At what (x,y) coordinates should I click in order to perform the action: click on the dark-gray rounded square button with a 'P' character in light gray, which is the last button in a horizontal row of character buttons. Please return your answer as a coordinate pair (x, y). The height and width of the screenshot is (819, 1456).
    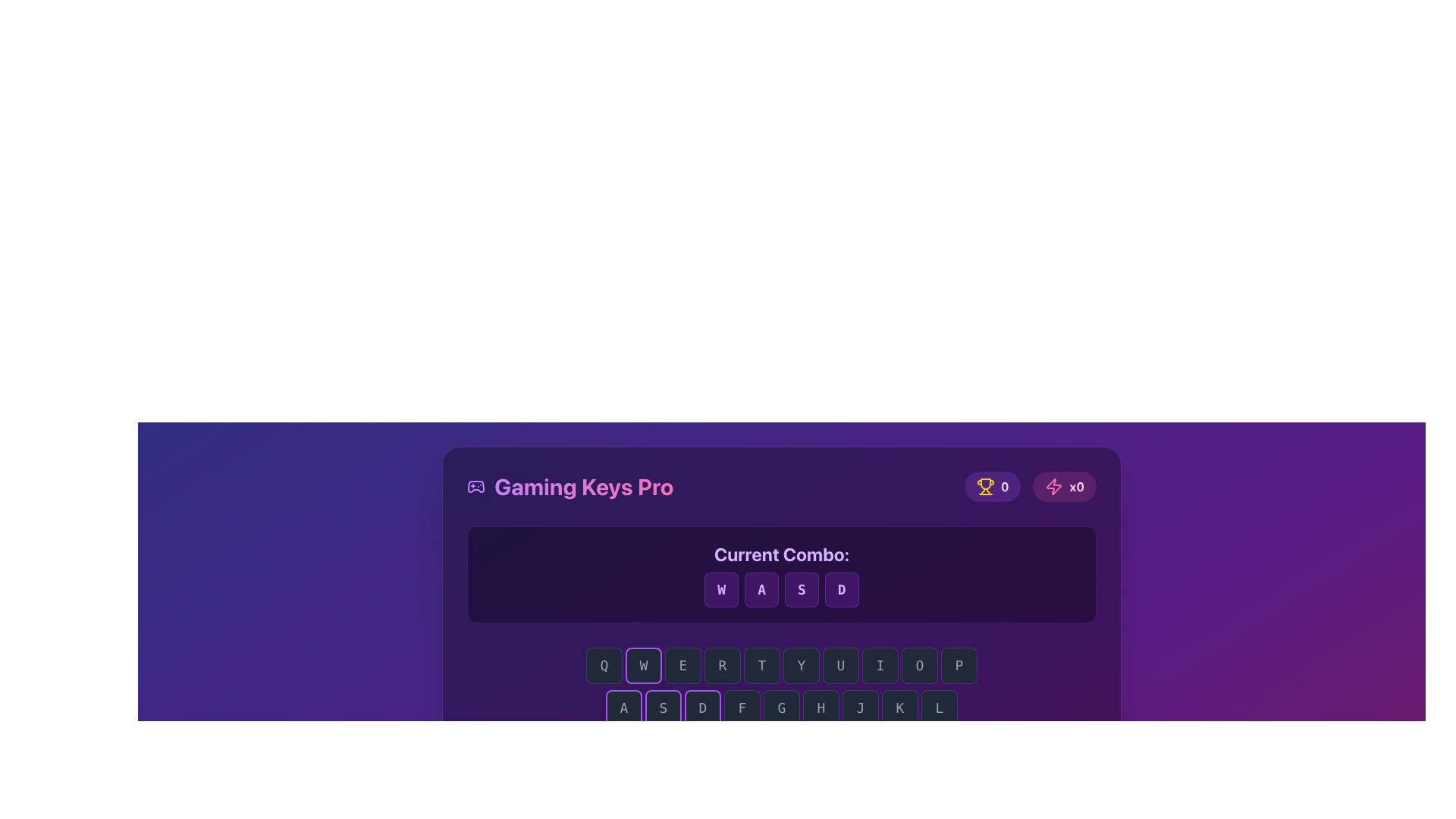
    Looking at the image, I should click on (959, 665).